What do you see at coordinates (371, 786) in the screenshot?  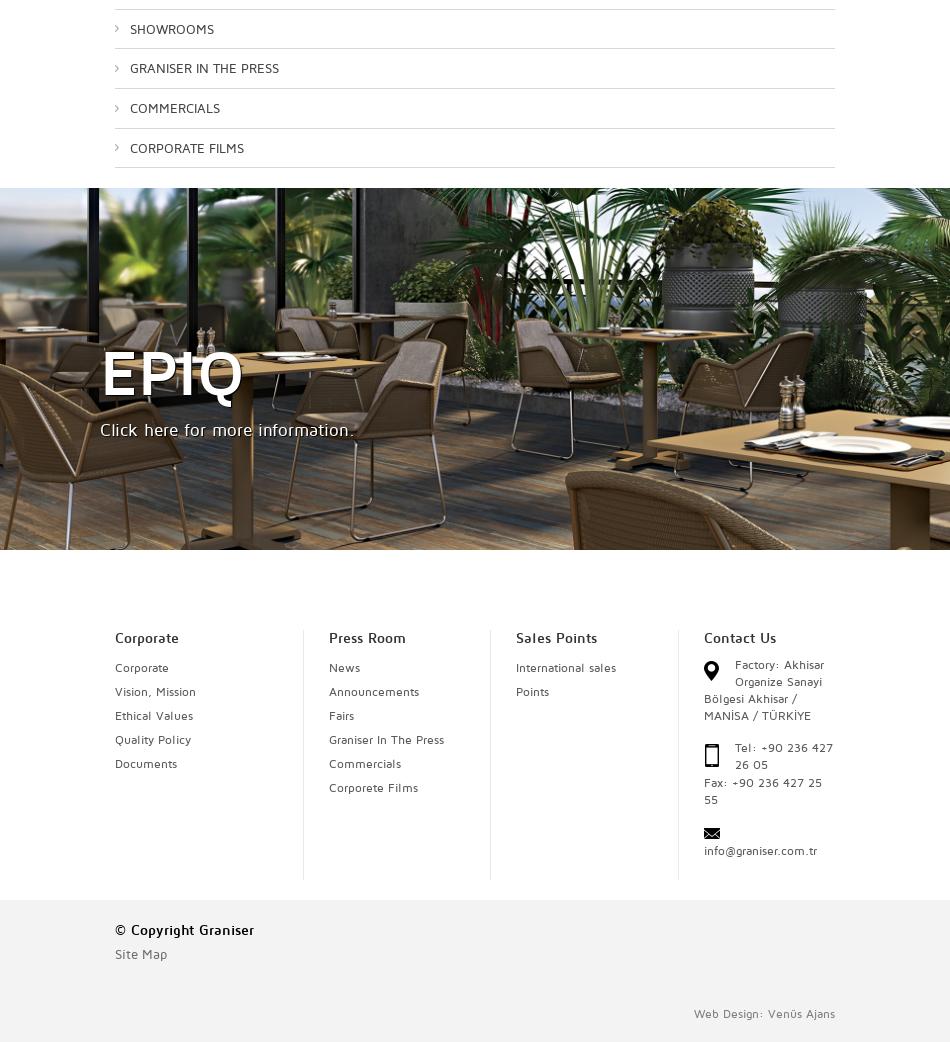 I see `'Corporete Films'` at bounding box center [371, 786].